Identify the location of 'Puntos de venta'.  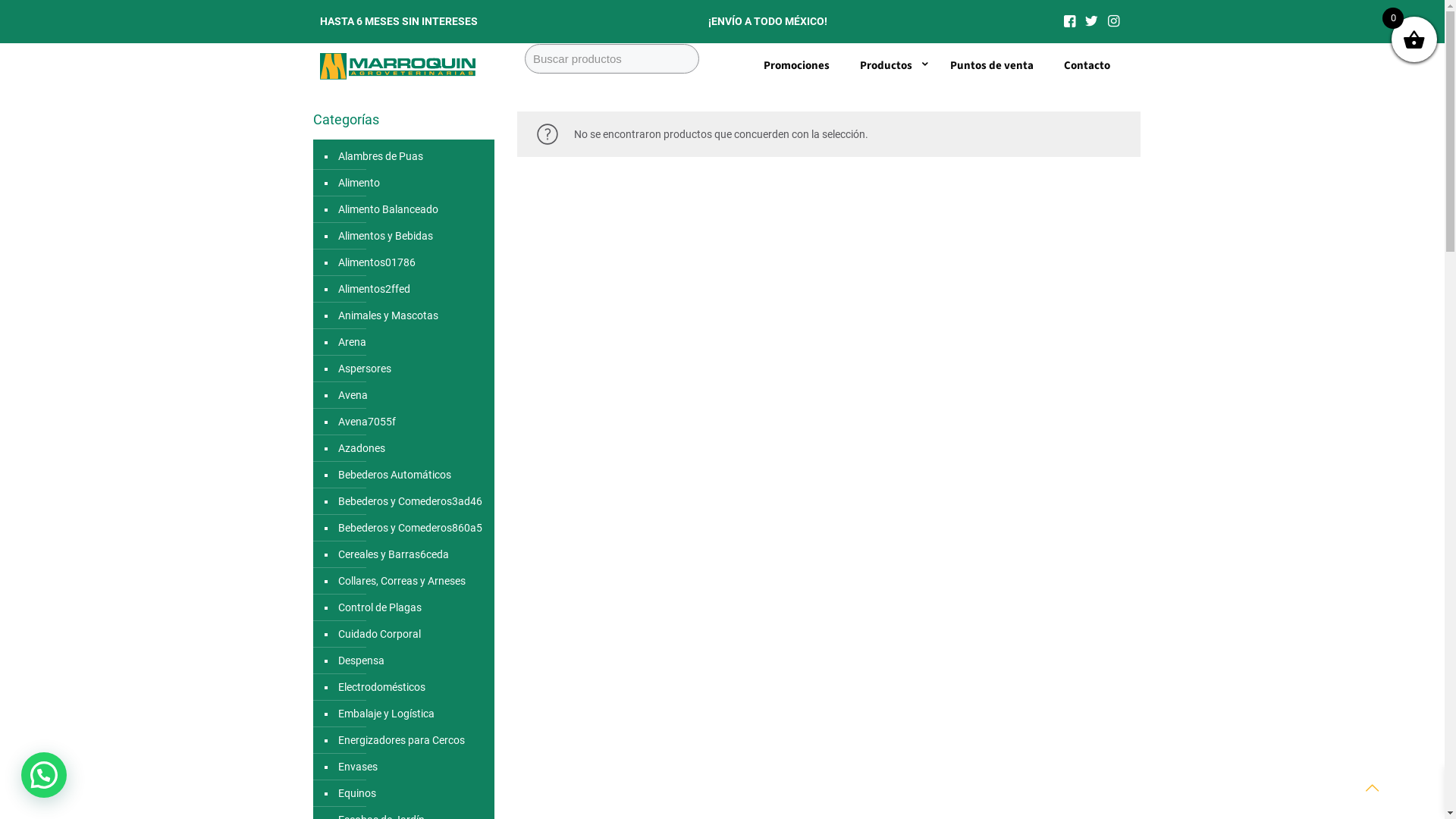
(990, 65).